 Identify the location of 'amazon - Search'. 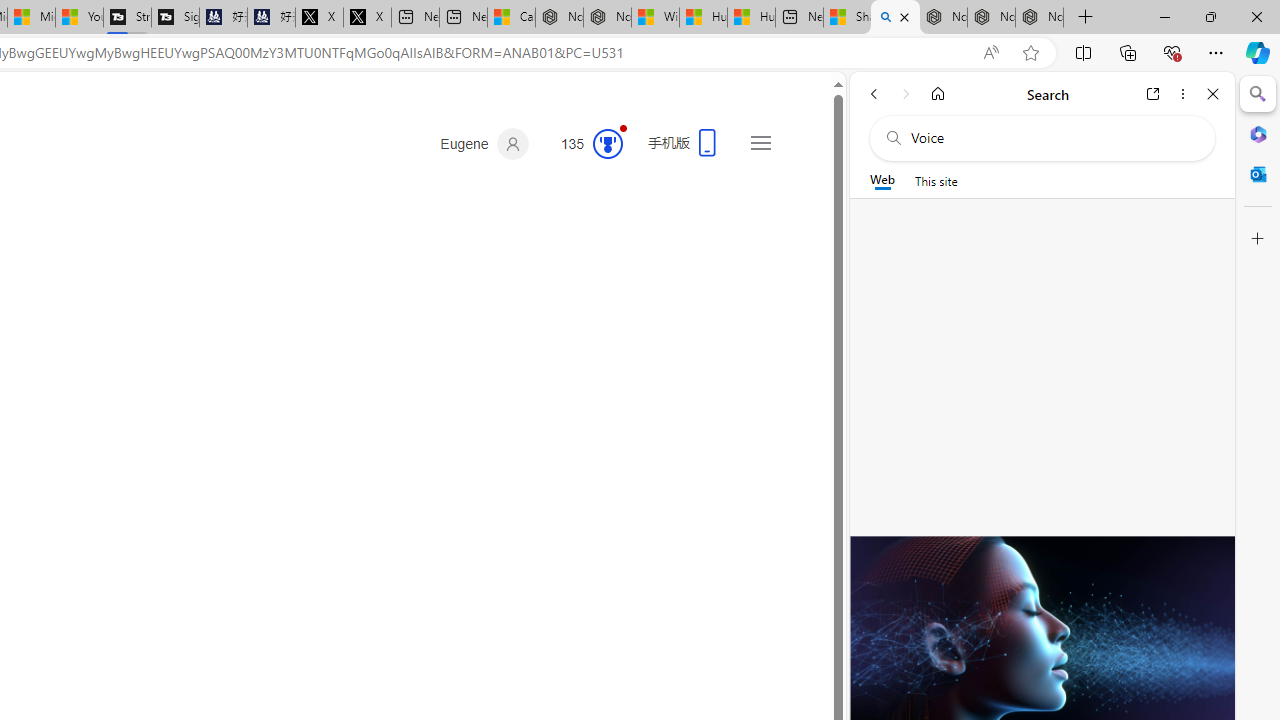
(894, 17).